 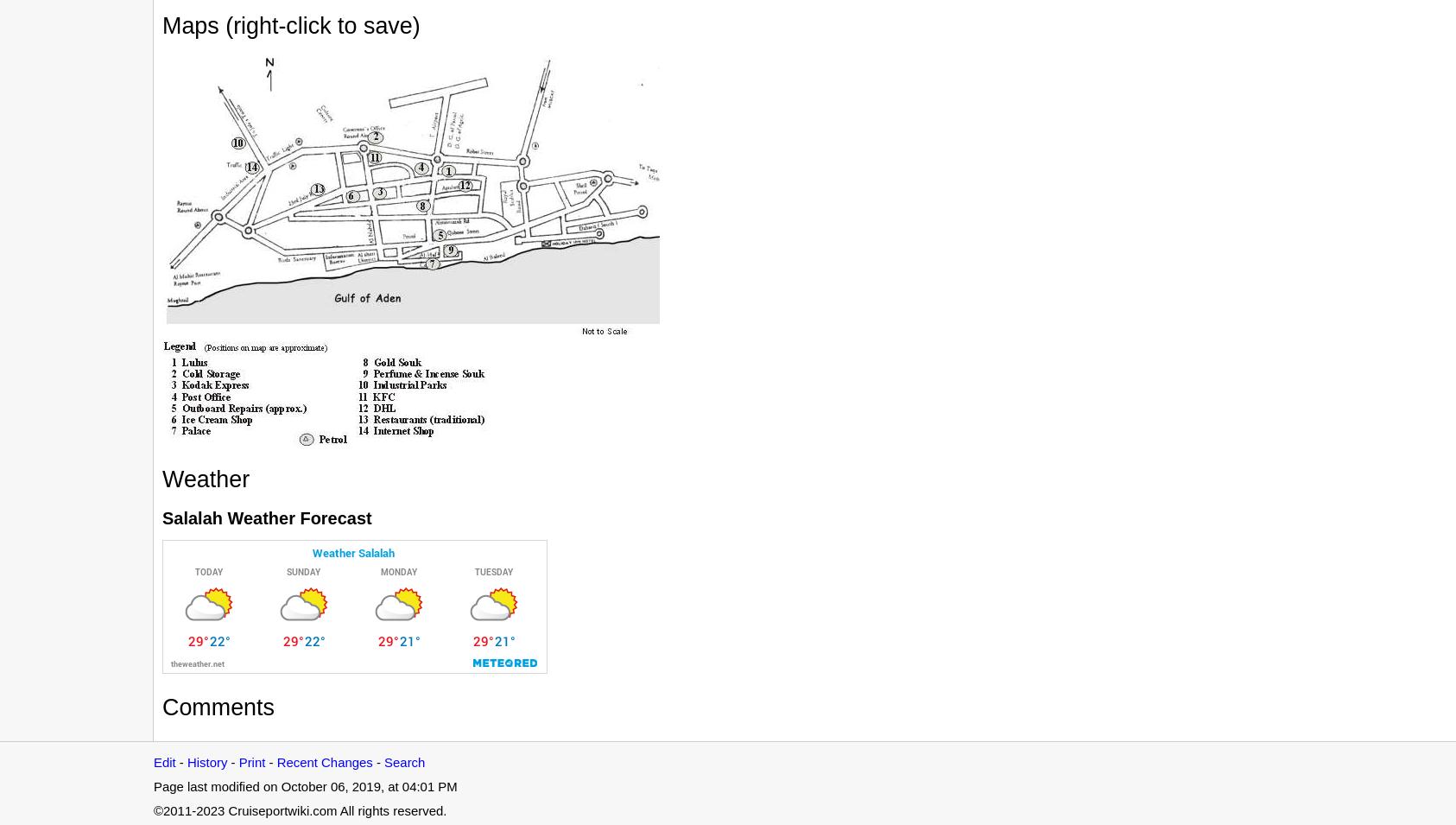 I want to click on 'History', so click(x=186, y=761).